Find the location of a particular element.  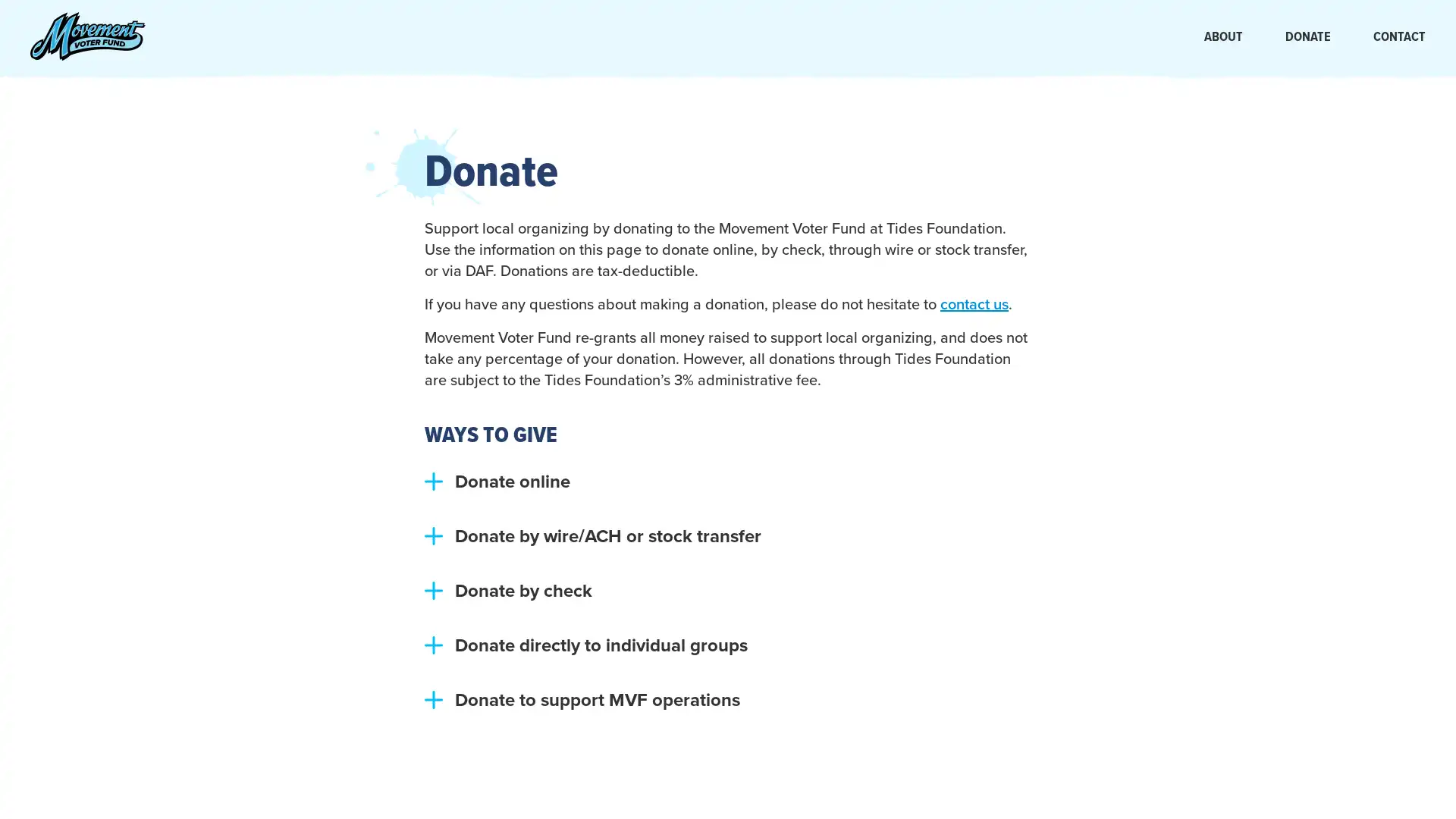

plus Donate online is located at coordinates (728, 482).